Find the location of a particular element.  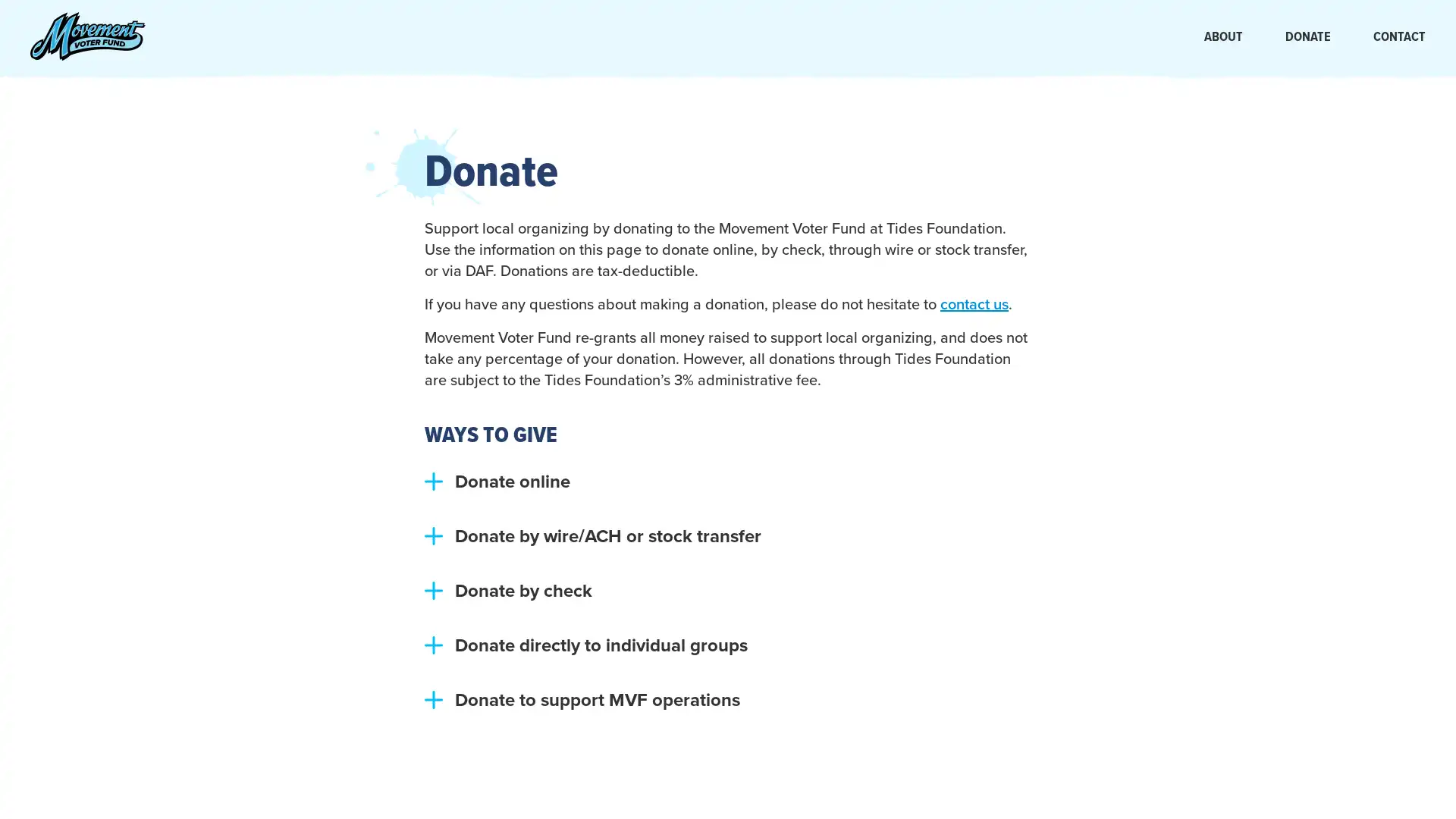

plus Donate online is located at coordinates (728, 482).